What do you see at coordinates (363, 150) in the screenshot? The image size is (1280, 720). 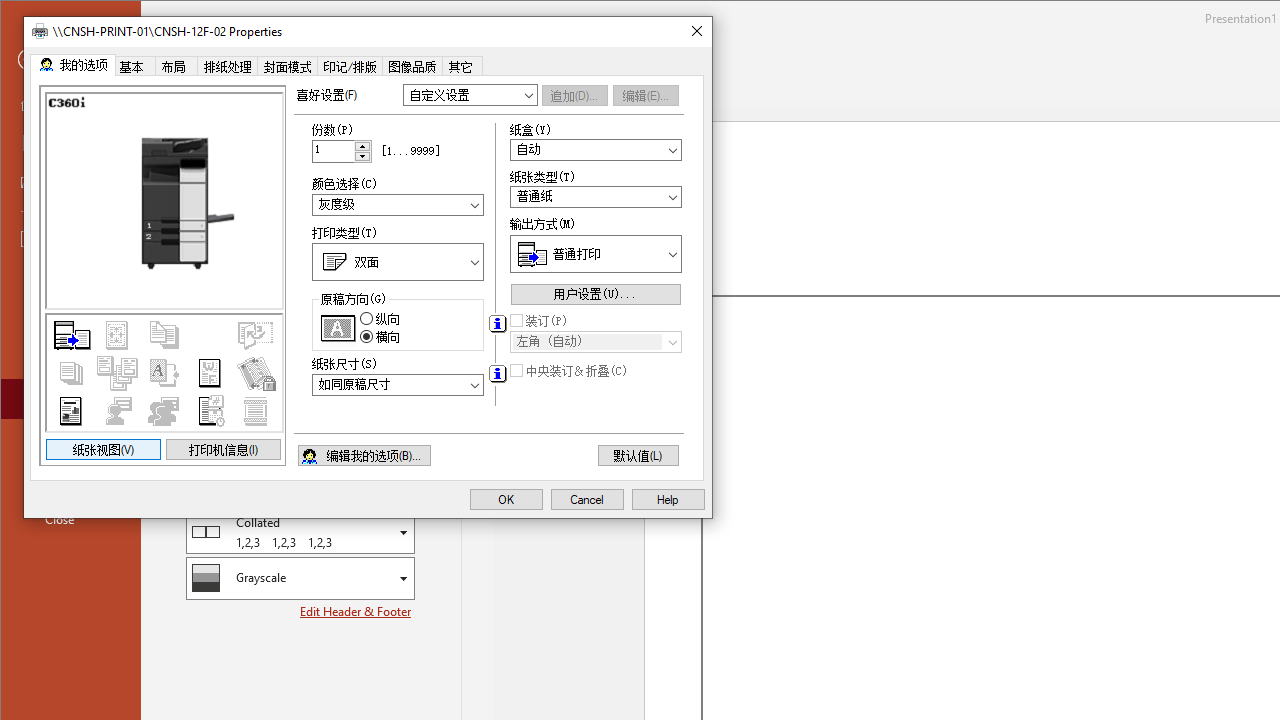 I see `'AutomationID: 1012'` at bounding box center [363, 150].